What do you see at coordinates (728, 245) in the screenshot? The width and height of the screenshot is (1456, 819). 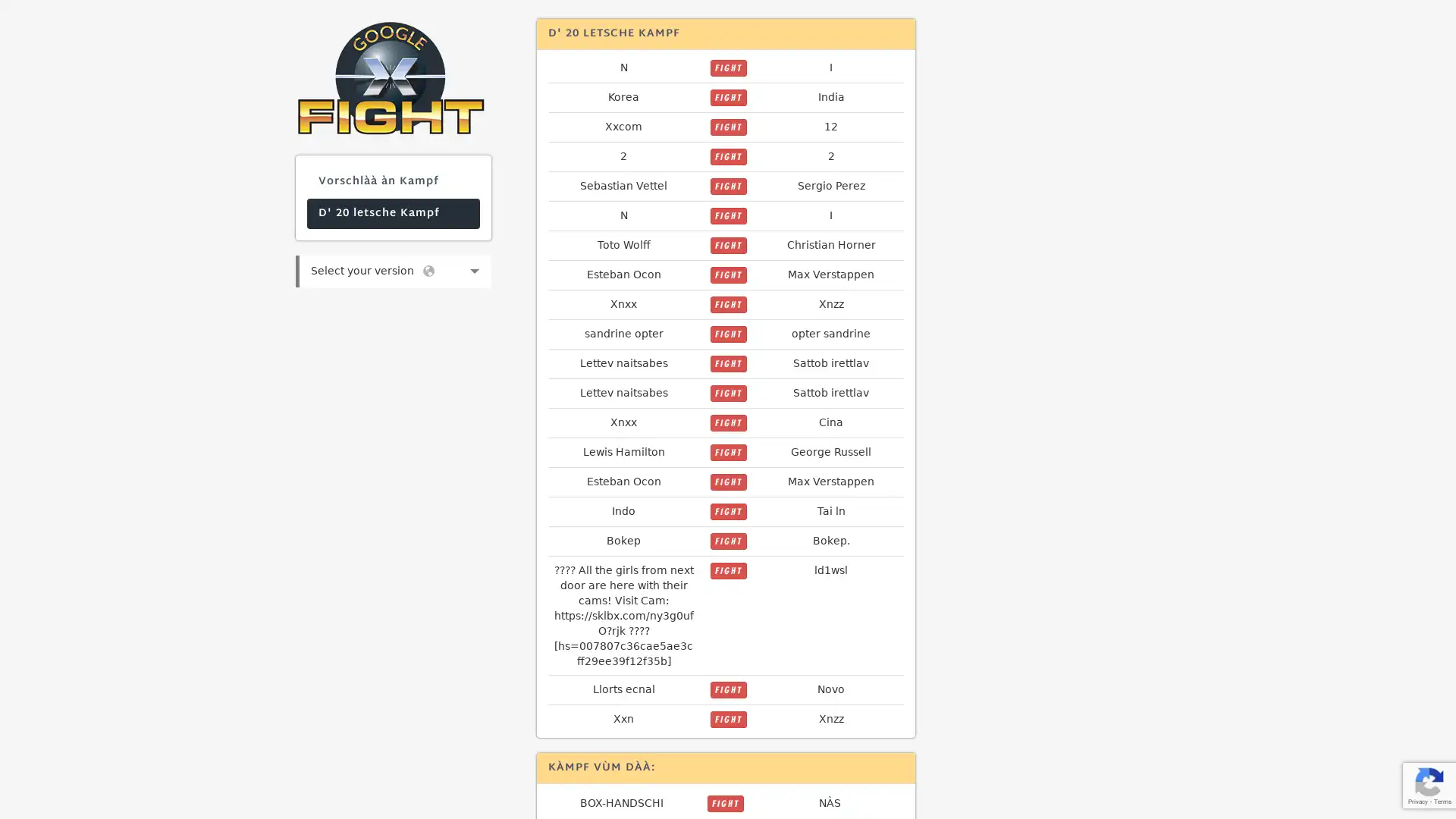 I see `FIGHT` at bounding box center [728, 245].